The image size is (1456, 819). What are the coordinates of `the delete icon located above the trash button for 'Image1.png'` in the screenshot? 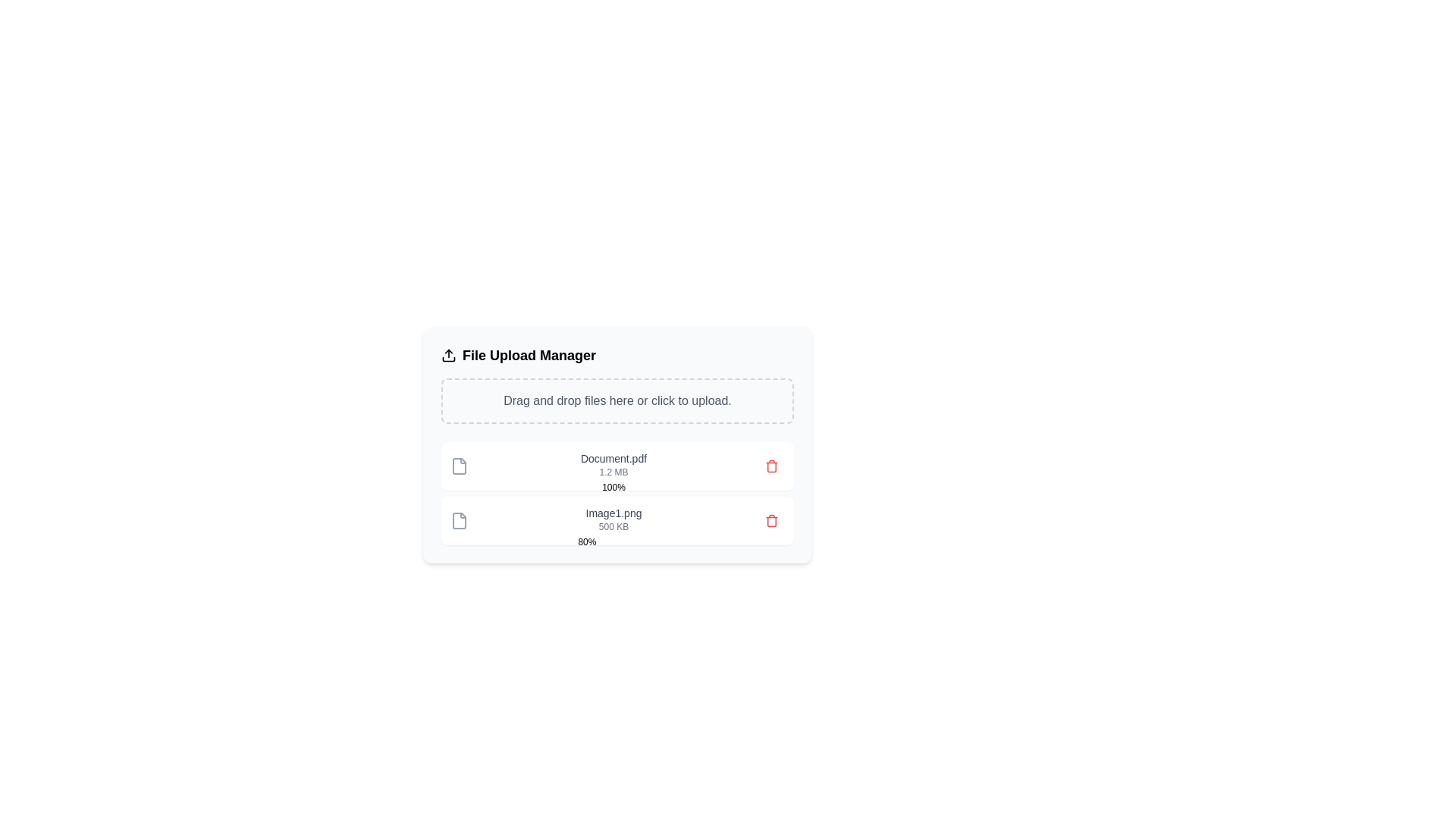 It's located at (771, 519).